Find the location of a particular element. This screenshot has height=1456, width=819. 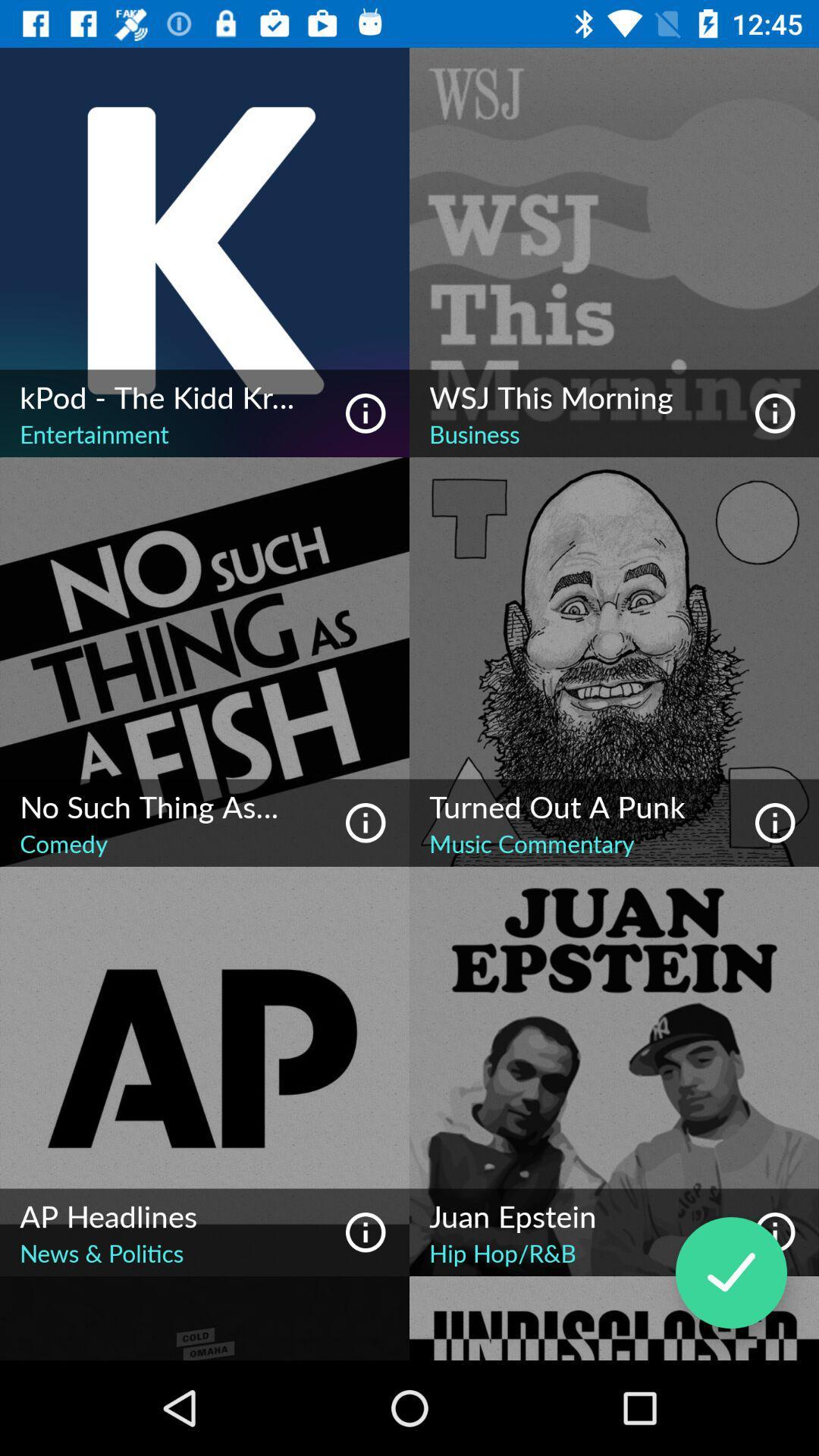

the check icon is located at coordinates (730, 1272).